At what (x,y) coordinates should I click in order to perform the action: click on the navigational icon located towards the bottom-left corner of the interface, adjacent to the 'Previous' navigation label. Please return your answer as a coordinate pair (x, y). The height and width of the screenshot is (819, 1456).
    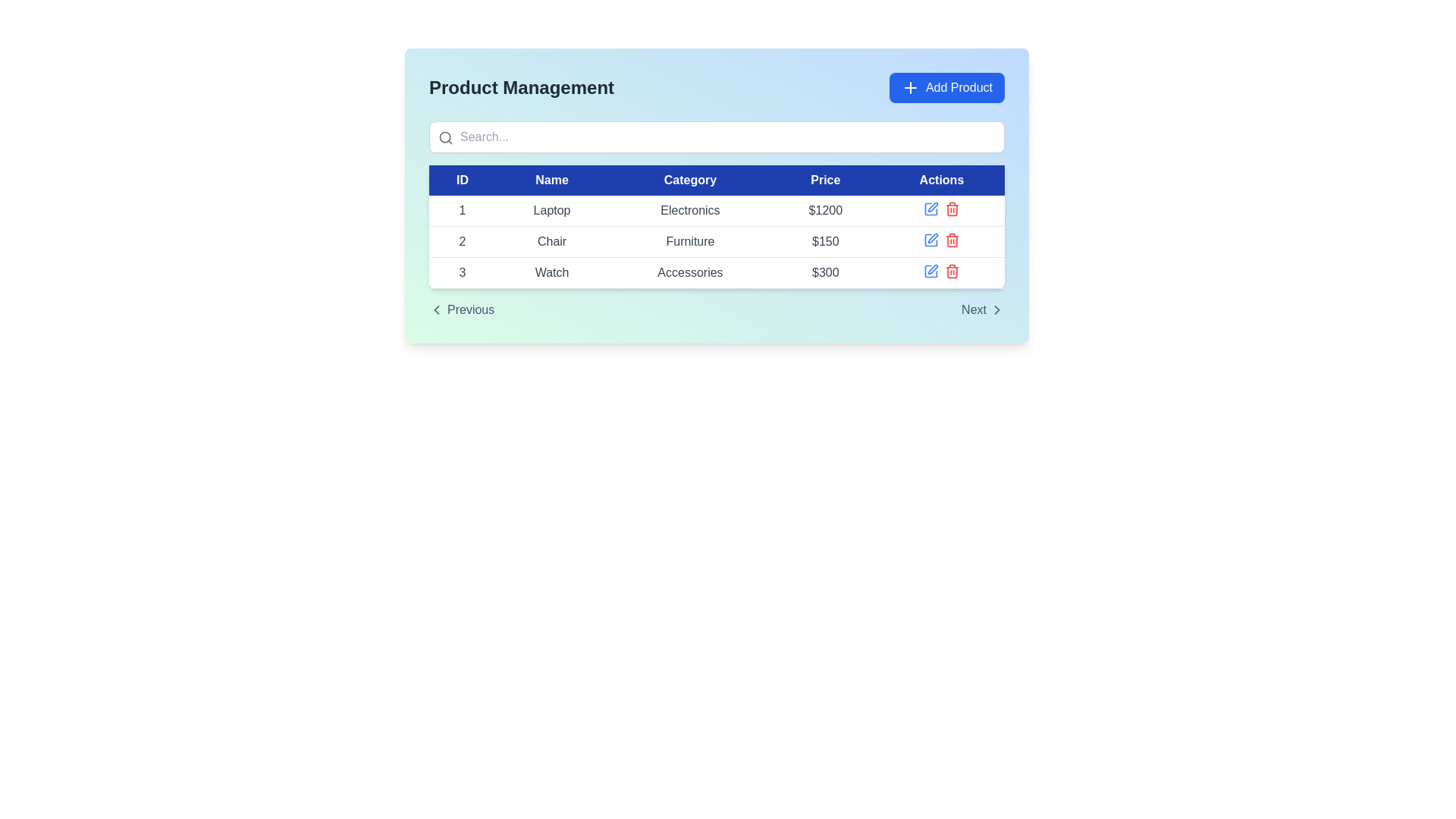
    Looking at the image, I should click on (436, 309).